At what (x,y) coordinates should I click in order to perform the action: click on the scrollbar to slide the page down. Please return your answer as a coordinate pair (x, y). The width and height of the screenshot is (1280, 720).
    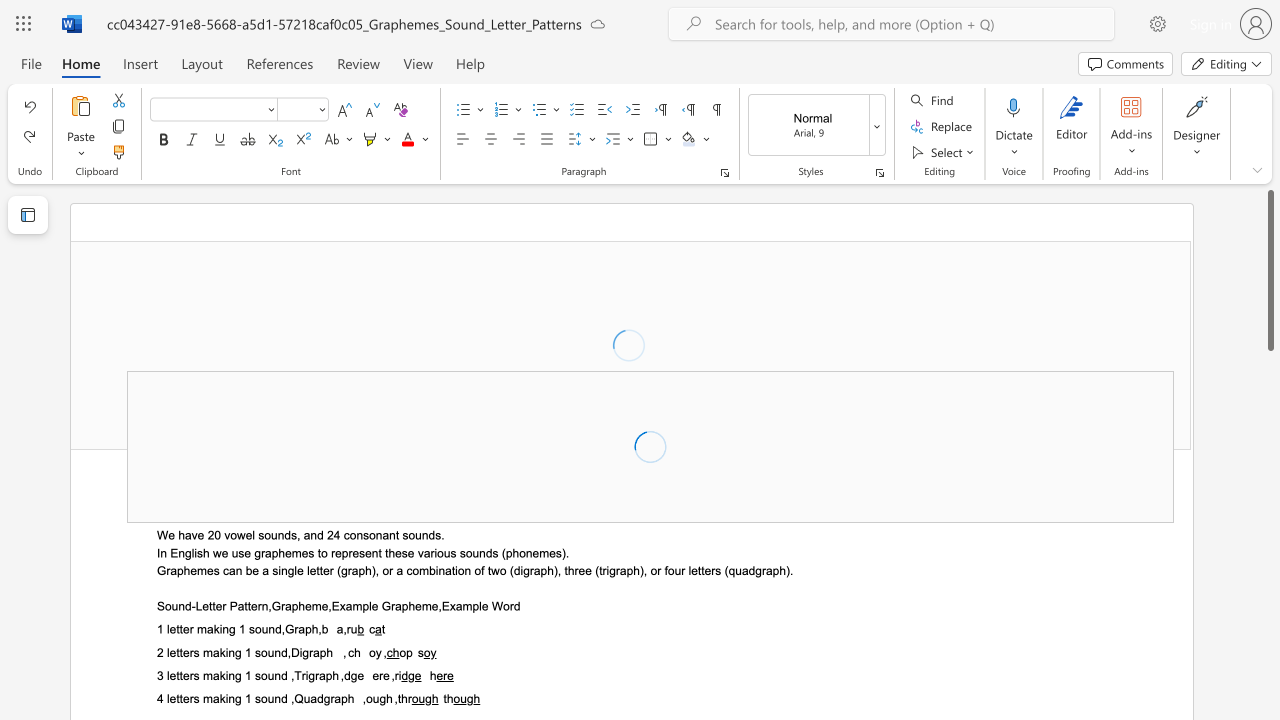
    Looking at the image, I should click on (1269, 400).